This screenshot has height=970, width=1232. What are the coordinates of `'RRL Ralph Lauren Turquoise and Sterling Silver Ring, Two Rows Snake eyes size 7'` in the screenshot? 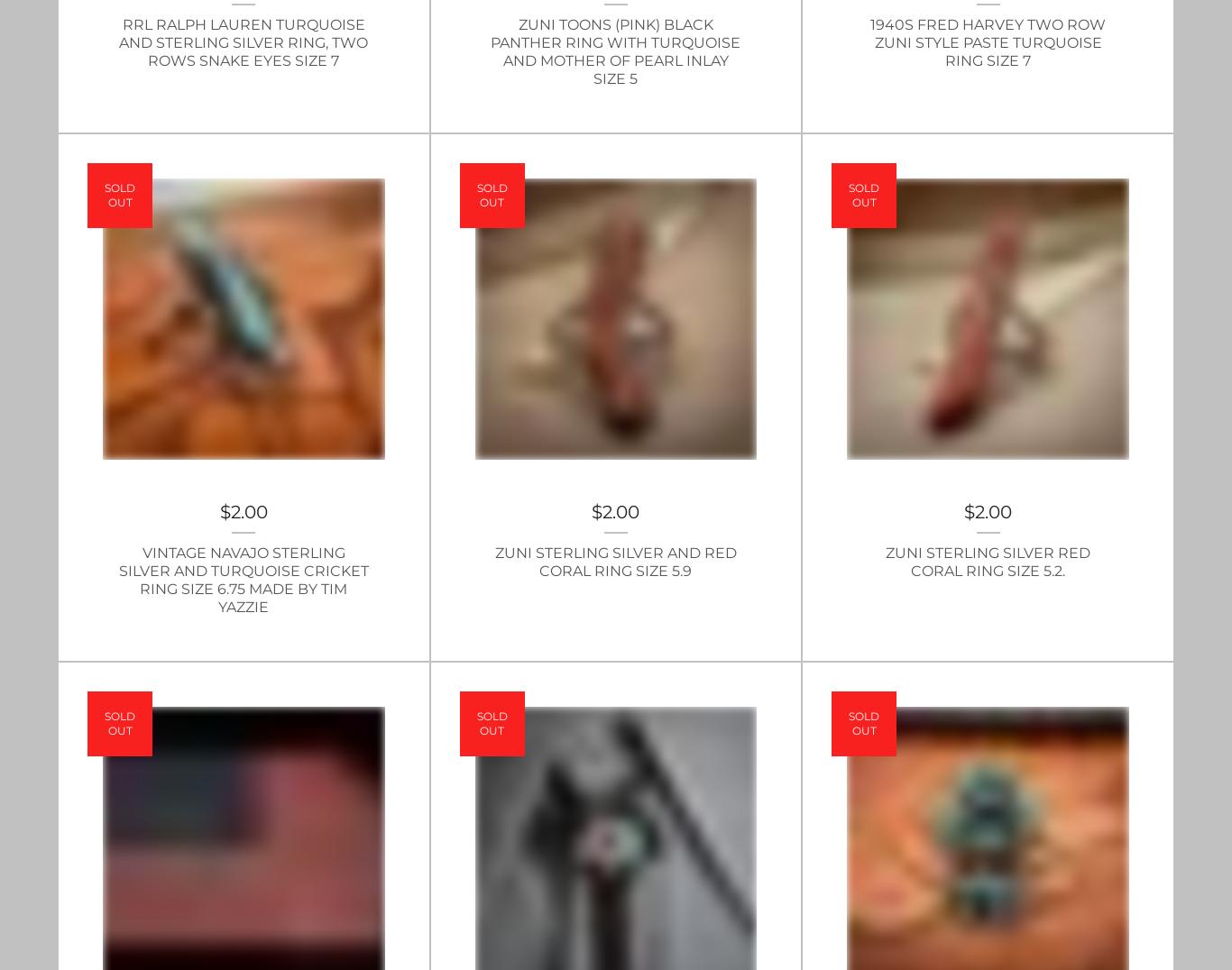 It's located at (244, 41).